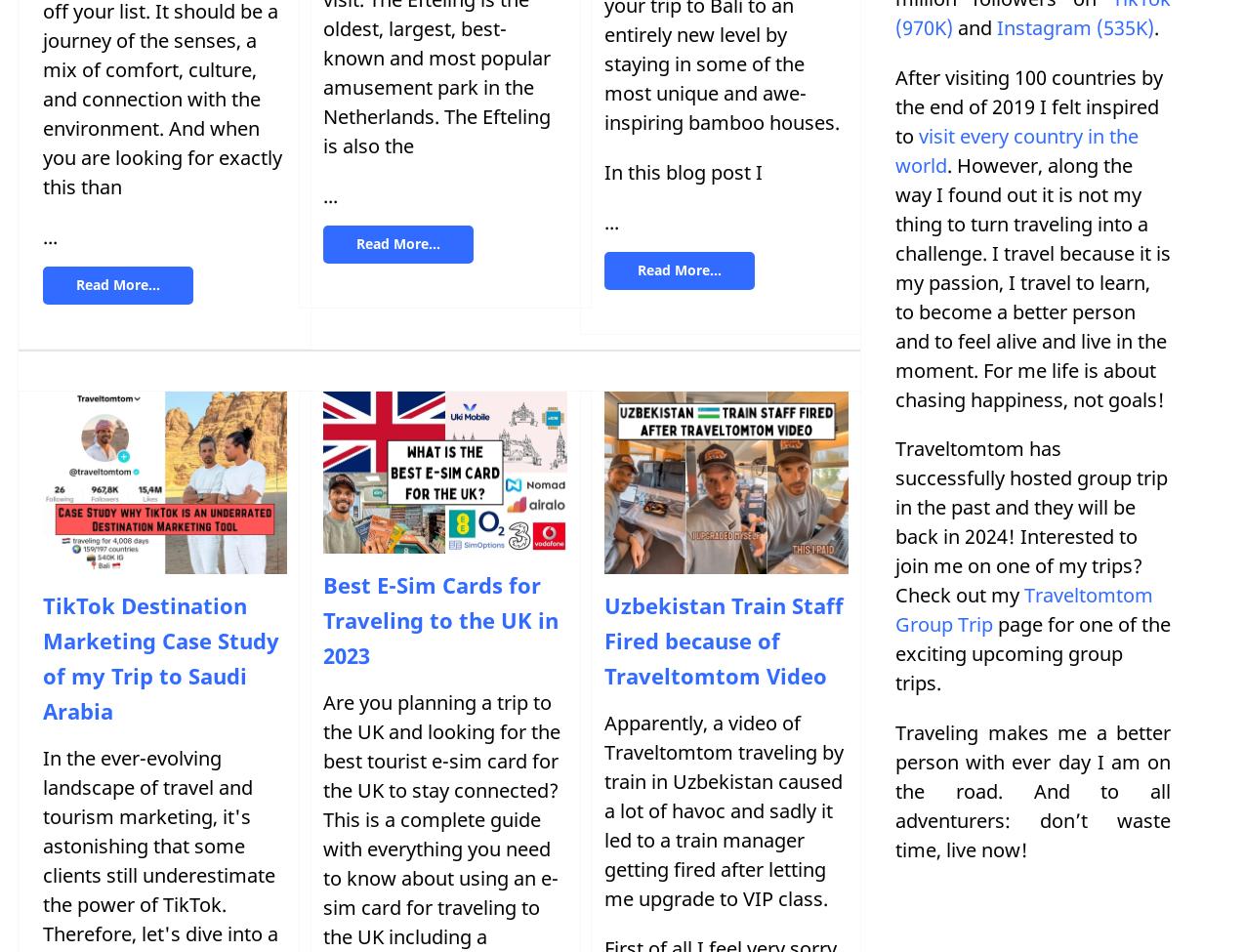  What do you see at coordinates (723, 641) in the screenshot?
I see `'Uzbekistan Train Staff Fired because of Traveltomtom Video'` at bounding box center [723, 641].